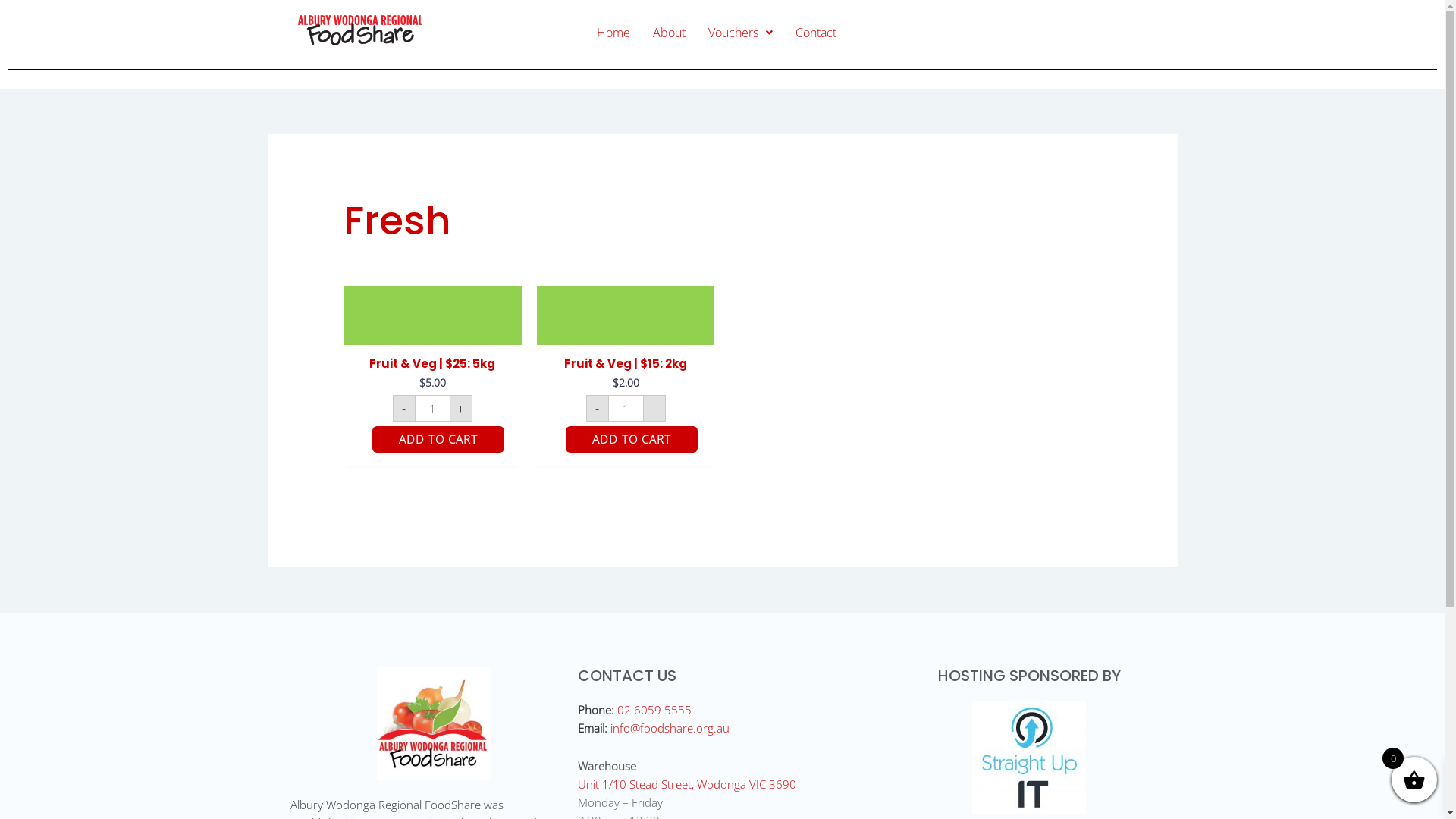 The image size is (1456, 819). Describe the element at coordinates (563, 366) in the screenshot. I see `'Fruit & Veg | $15: 2kg'` at that location.